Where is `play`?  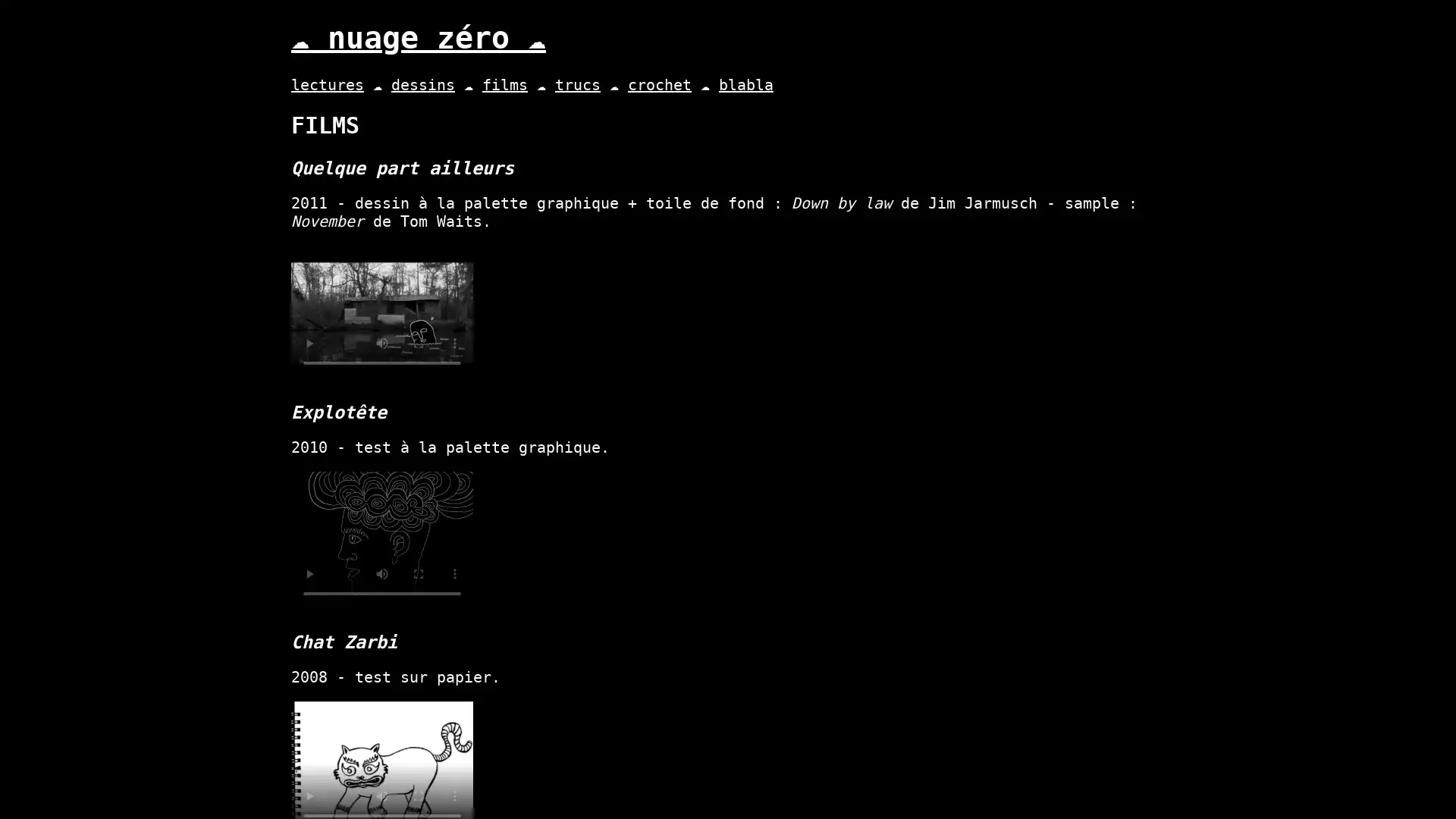
play is located at coordinates (309, 795).